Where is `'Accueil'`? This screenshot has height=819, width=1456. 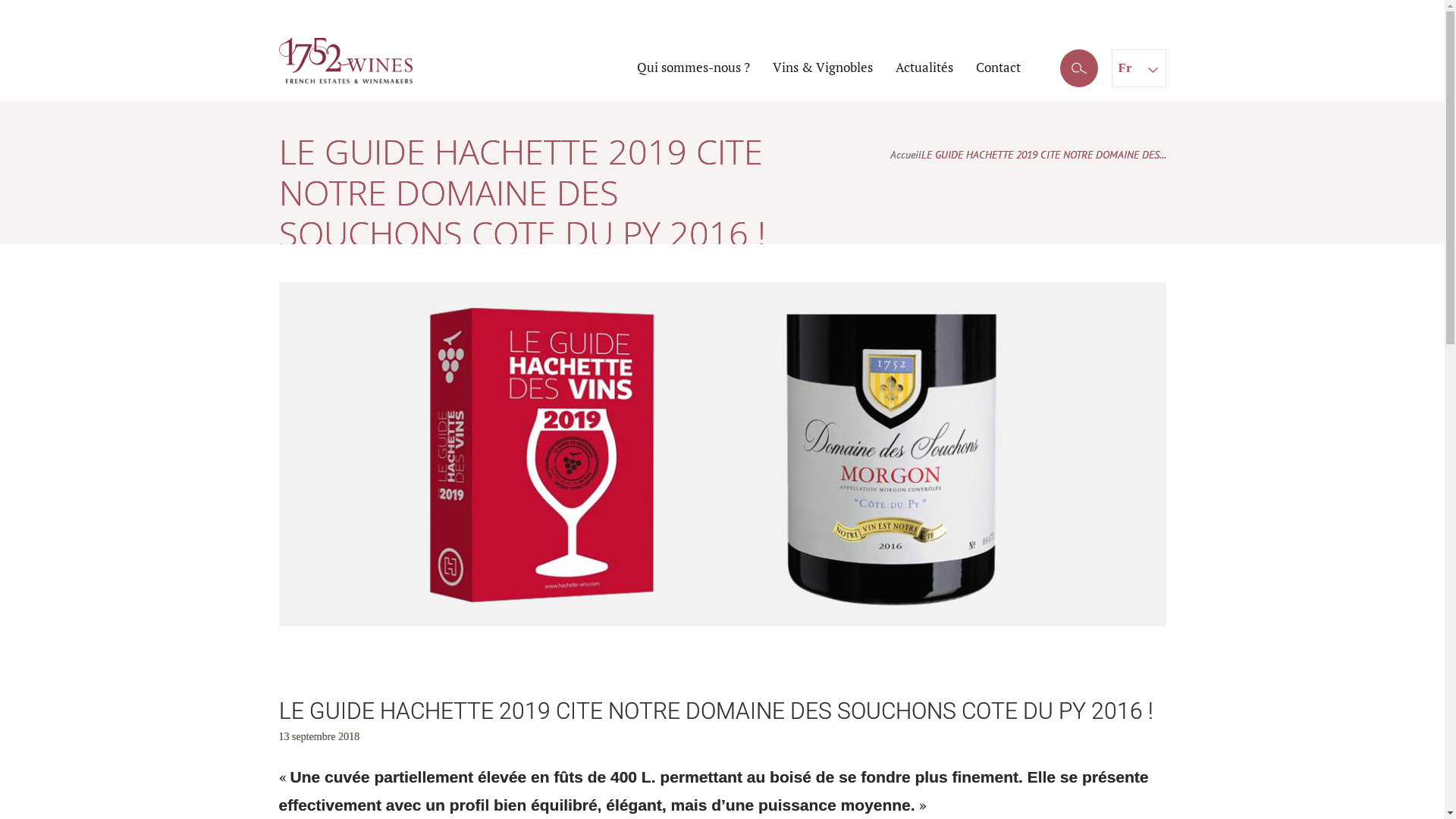
'Accueil' is located at coordinates (905, 155).